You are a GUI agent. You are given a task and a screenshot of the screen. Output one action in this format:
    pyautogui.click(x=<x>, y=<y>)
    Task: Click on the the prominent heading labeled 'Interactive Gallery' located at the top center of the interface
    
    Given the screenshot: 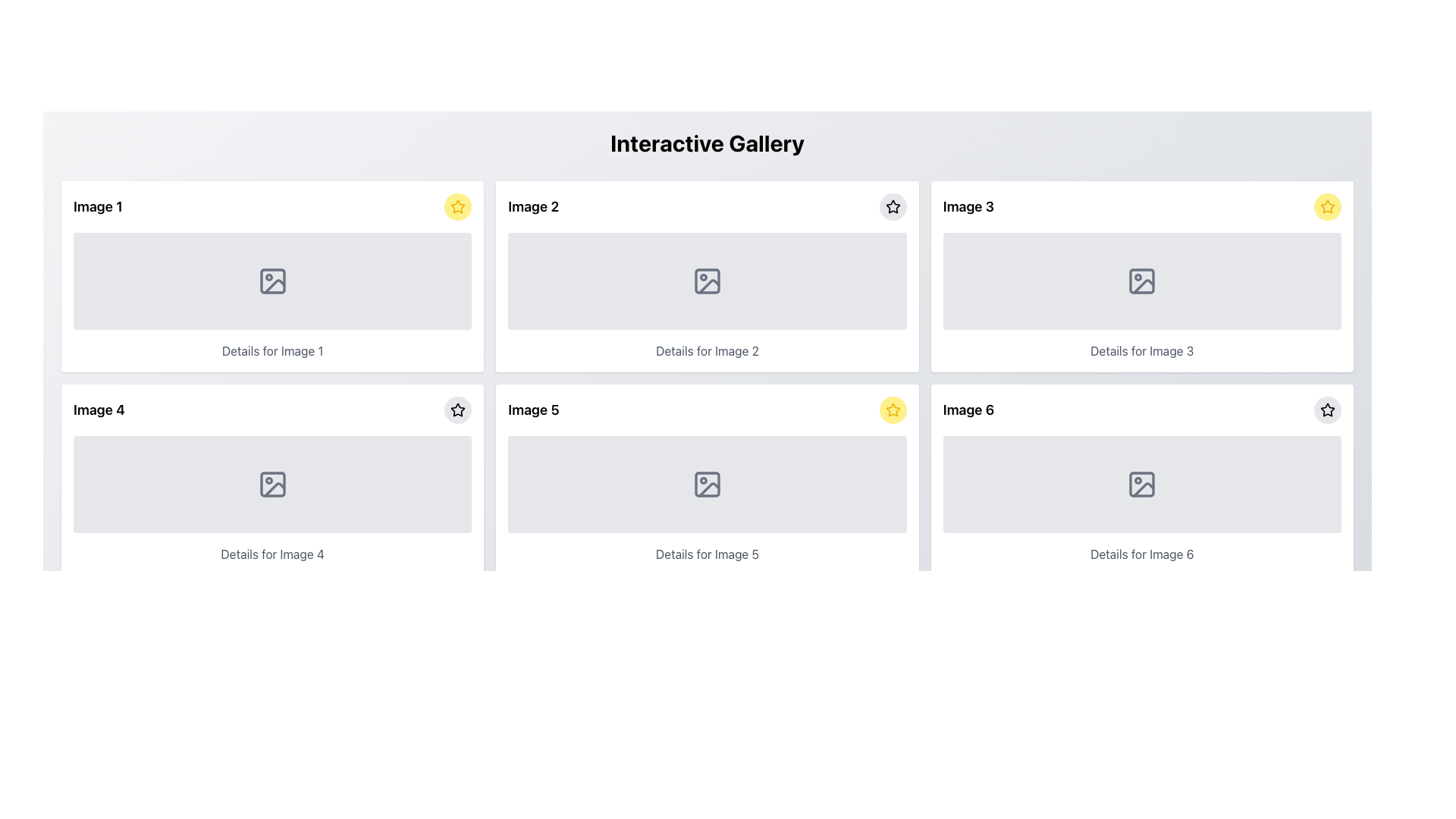 What is the action you would take?
    pyautogui.click(x=706, y=143)
    